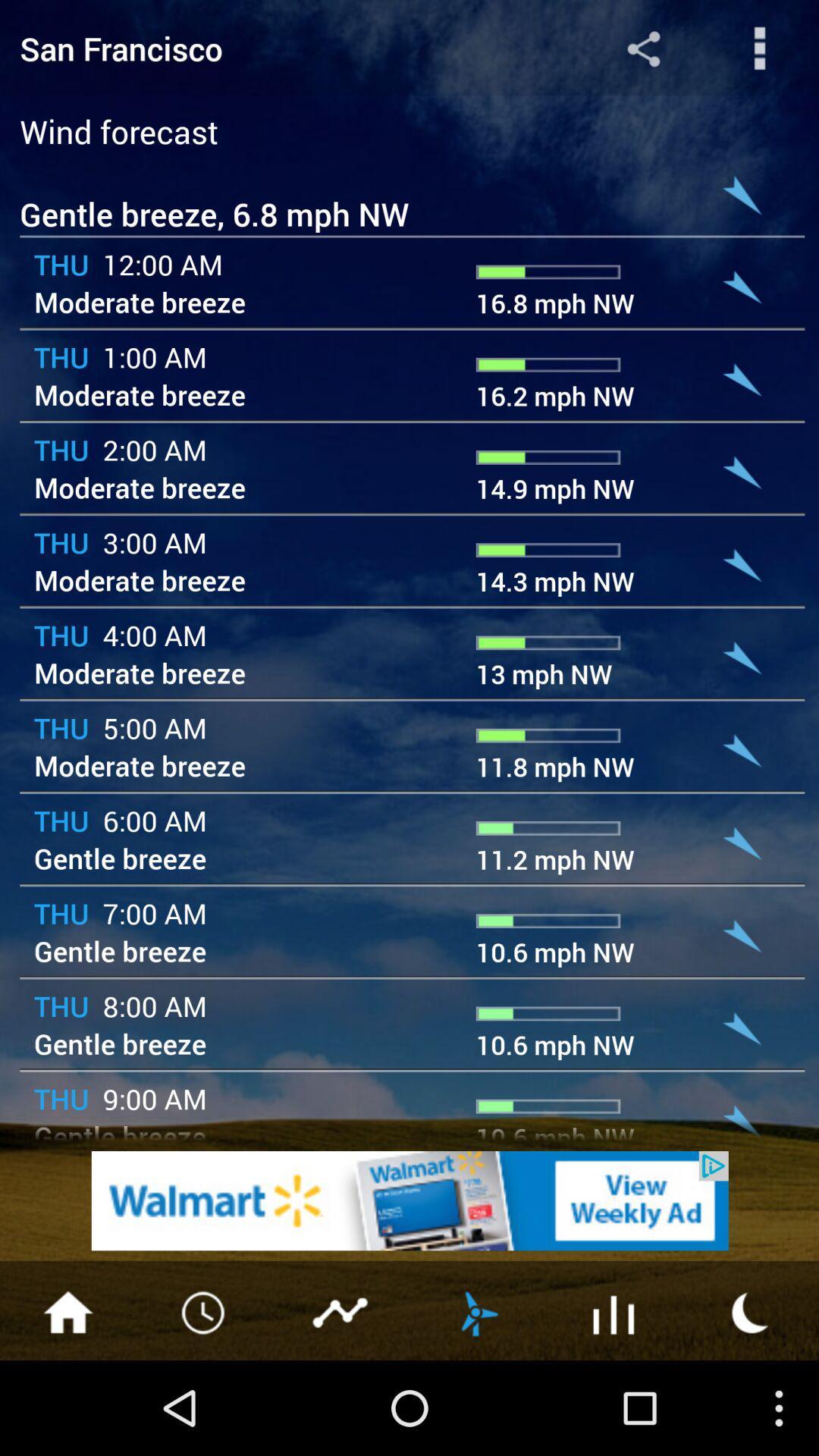 This screenshot has width=819, height=1456. What do you see at coordinates (614, 1310) in the screenshot?
I see `choose the selection` at bounding box center [614, 1310].